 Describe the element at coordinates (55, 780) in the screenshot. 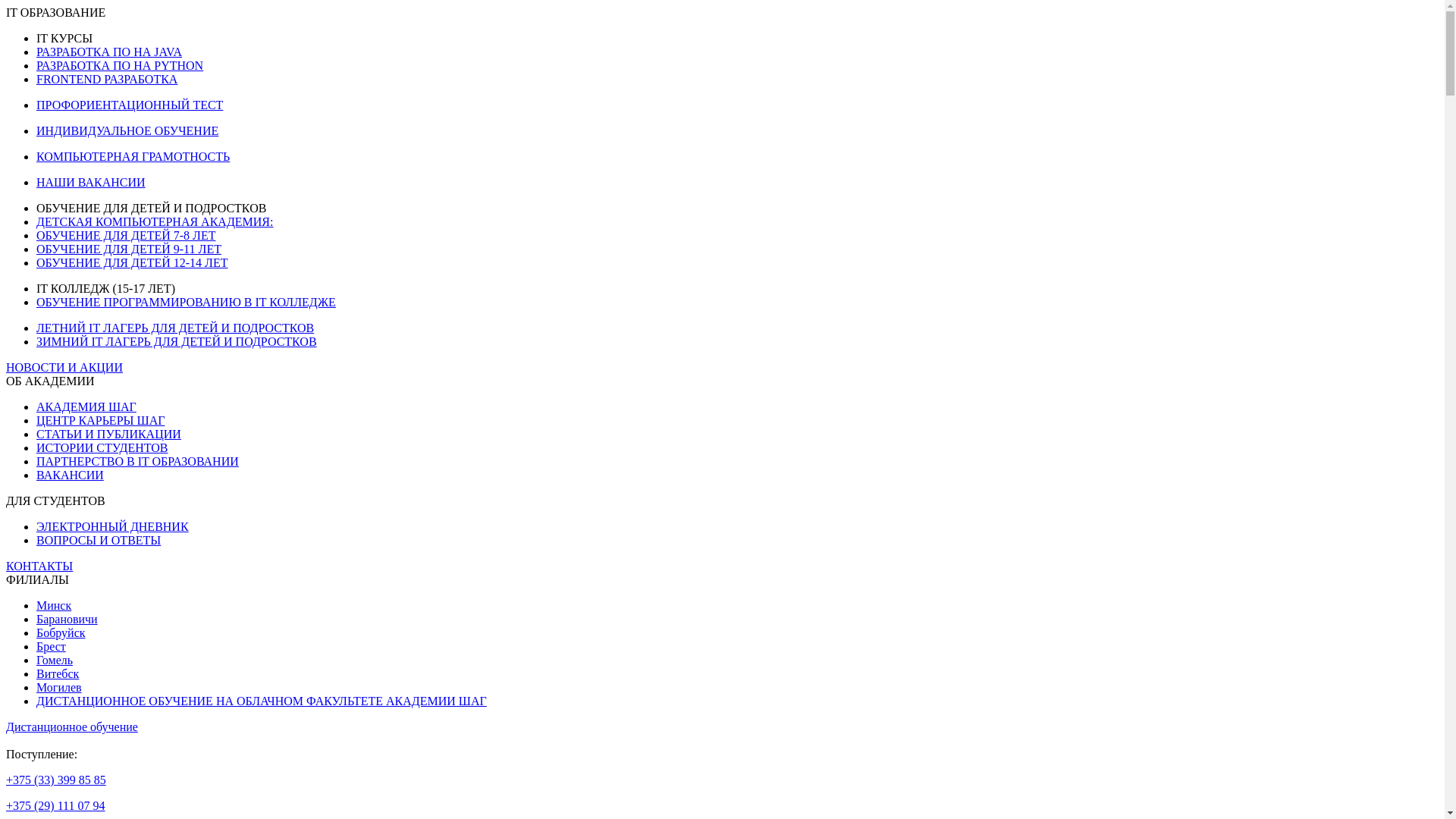

I see `'+375 (33) 399 85 85'` at that location.